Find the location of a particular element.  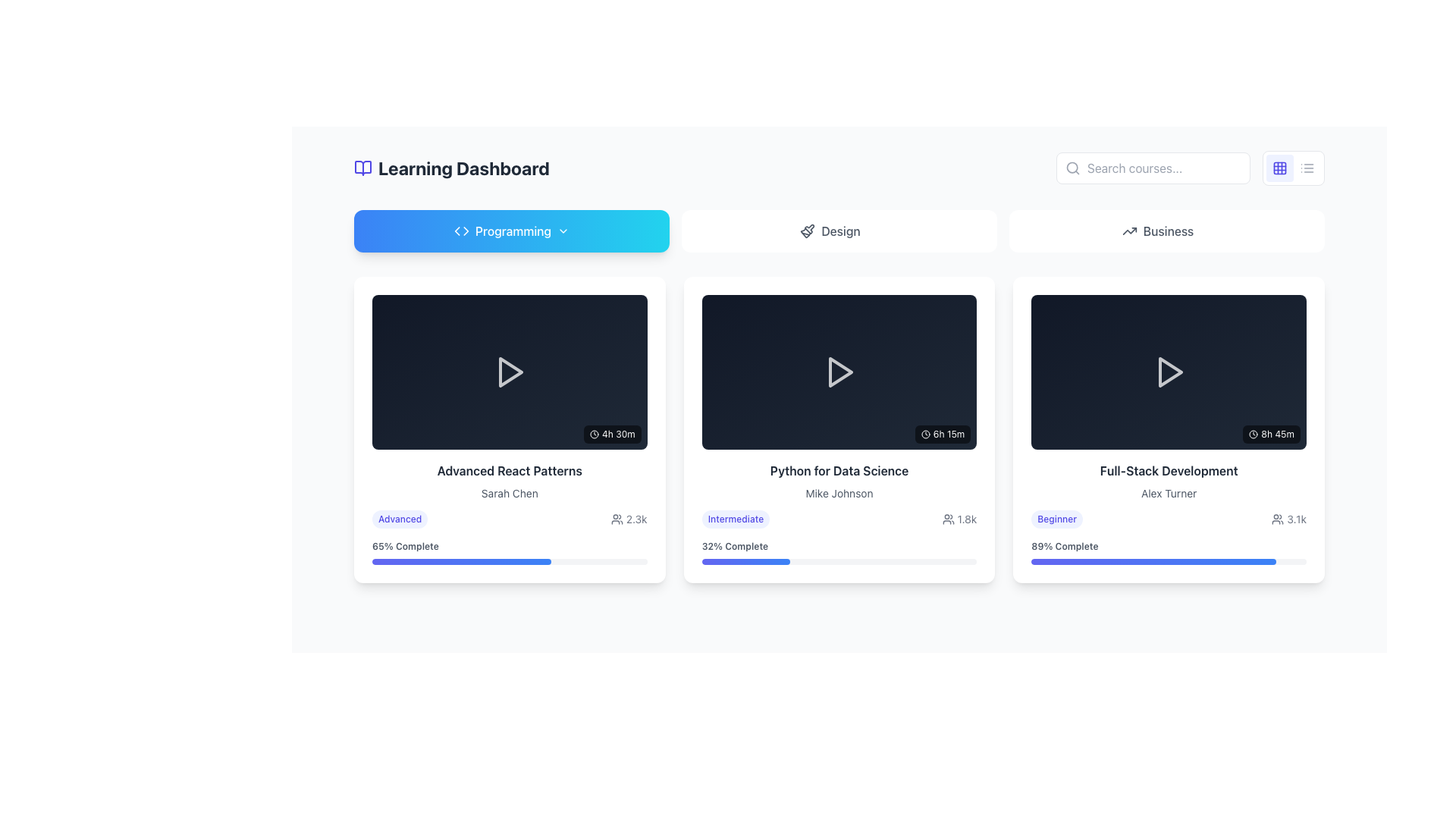

the text label displaying the progress status '89% Complete' which is styled in a small gray bold font and located near the bottom of the card labeled 'Full-Stack Development' is located at coordinates (1064, 547).